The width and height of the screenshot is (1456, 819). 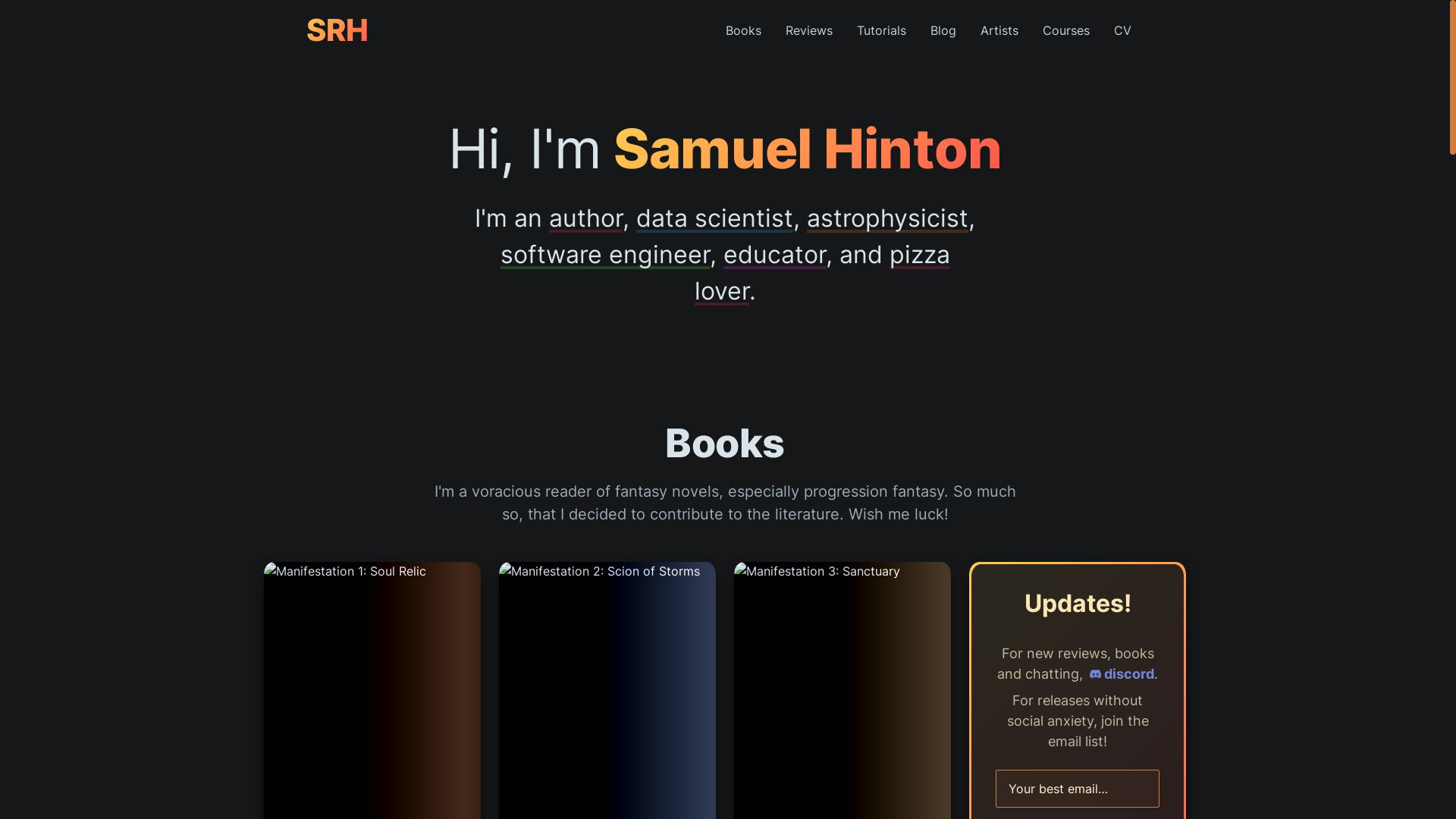 I want to click on 'software engineer', so click(x=604, y=253).